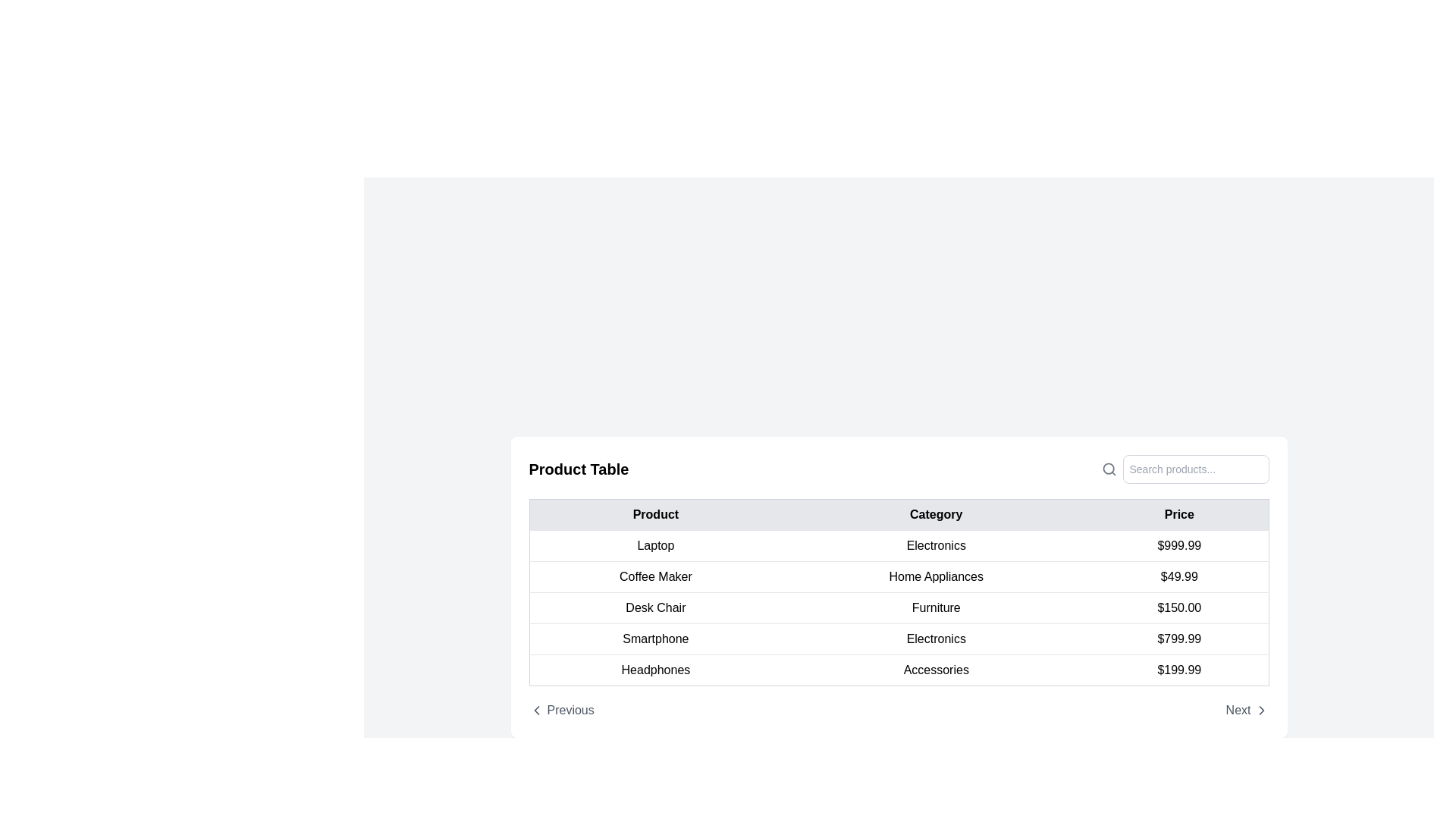 The height and width of the screenshot is (819, 1456). What do you see at coordinates (935, 544) in the screenshot?
I see `the Static Text Label that reads 'Electronics', located in the second column under the 'Category' header in the data table` at bounding box center [935, 544].